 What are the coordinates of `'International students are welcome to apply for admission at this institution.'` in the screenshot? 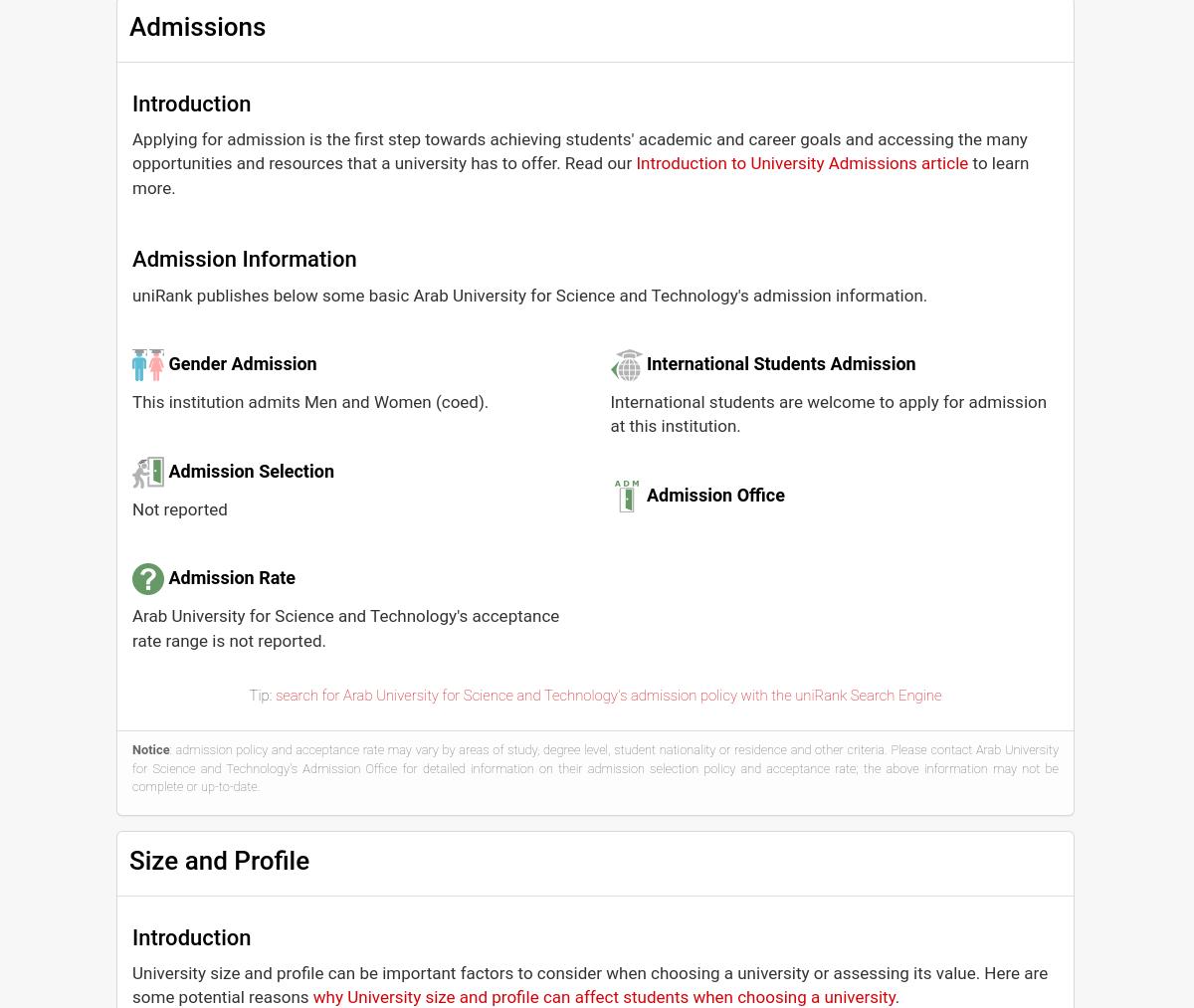 It's located at (827, 413).